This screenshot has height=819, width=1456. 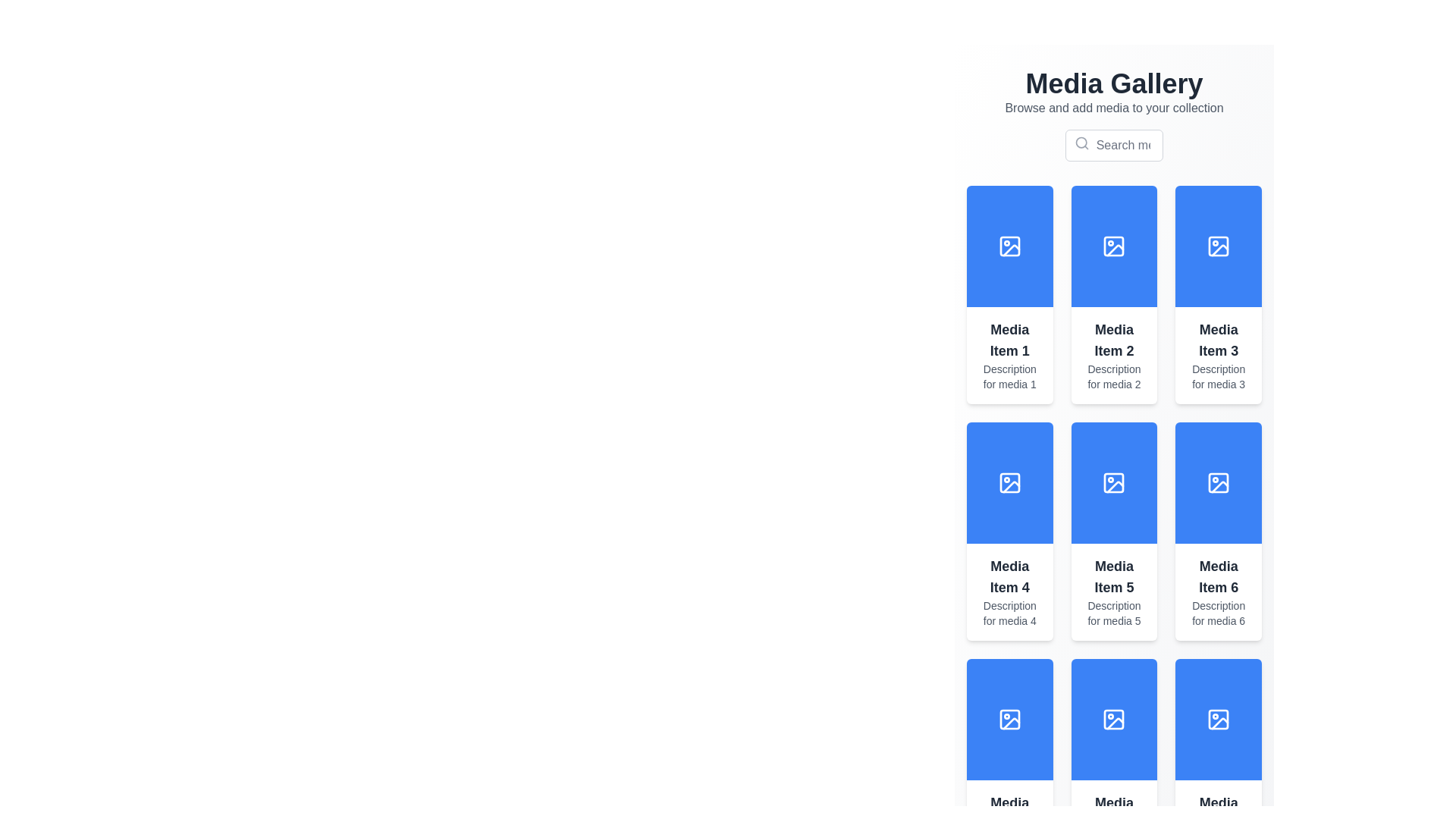 I want to click on the SVG graphical element that serves as a graphical component of the icon within 'Media Item 4', located in the first column of the second row in the grid layout, so click(x=1009, y=482).